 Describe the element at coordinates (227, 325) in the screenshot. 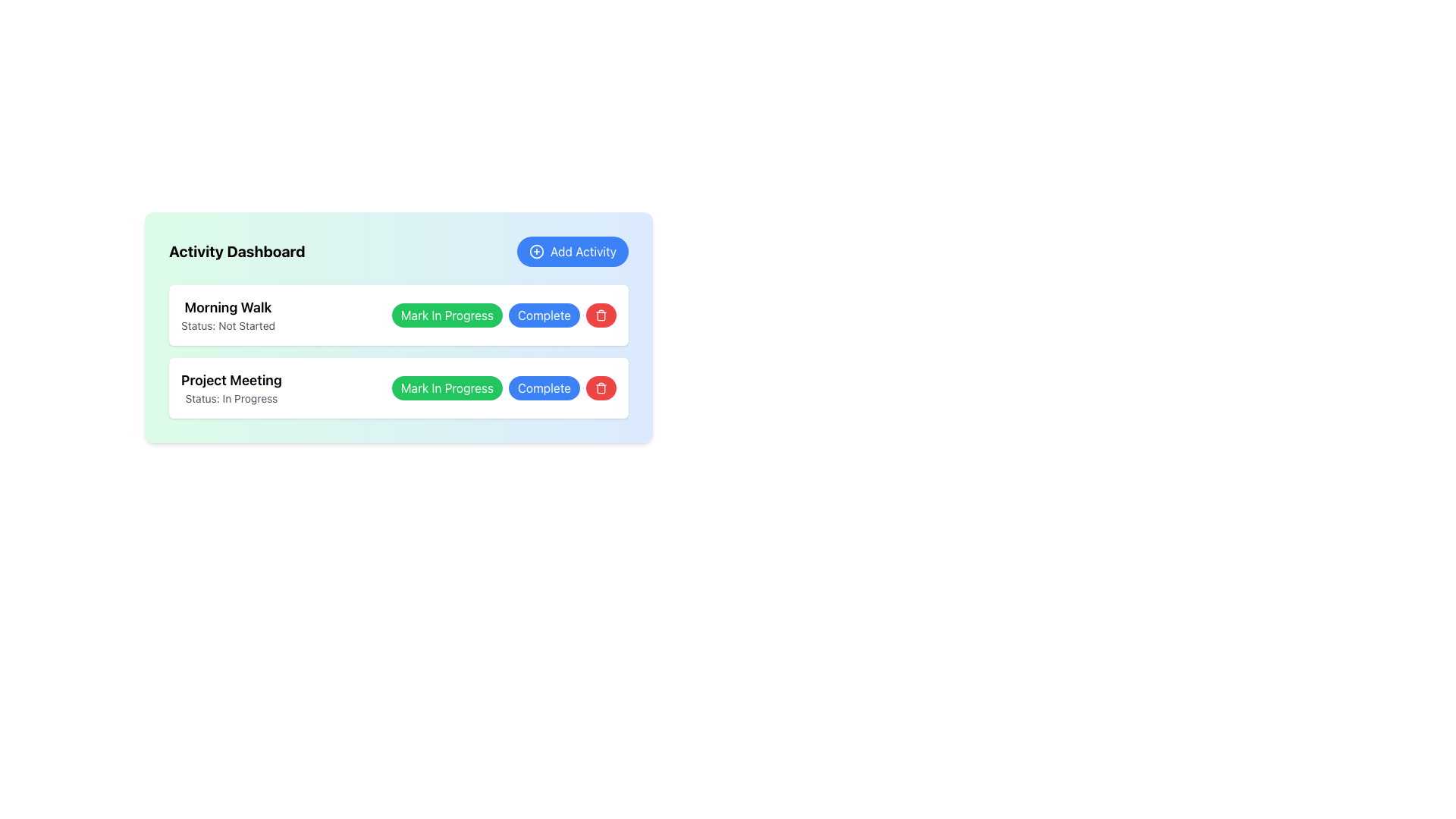

I see `the text label displaying 'Status: Not Started' located below the 'Morning Walk' title in the activity card` at that location.